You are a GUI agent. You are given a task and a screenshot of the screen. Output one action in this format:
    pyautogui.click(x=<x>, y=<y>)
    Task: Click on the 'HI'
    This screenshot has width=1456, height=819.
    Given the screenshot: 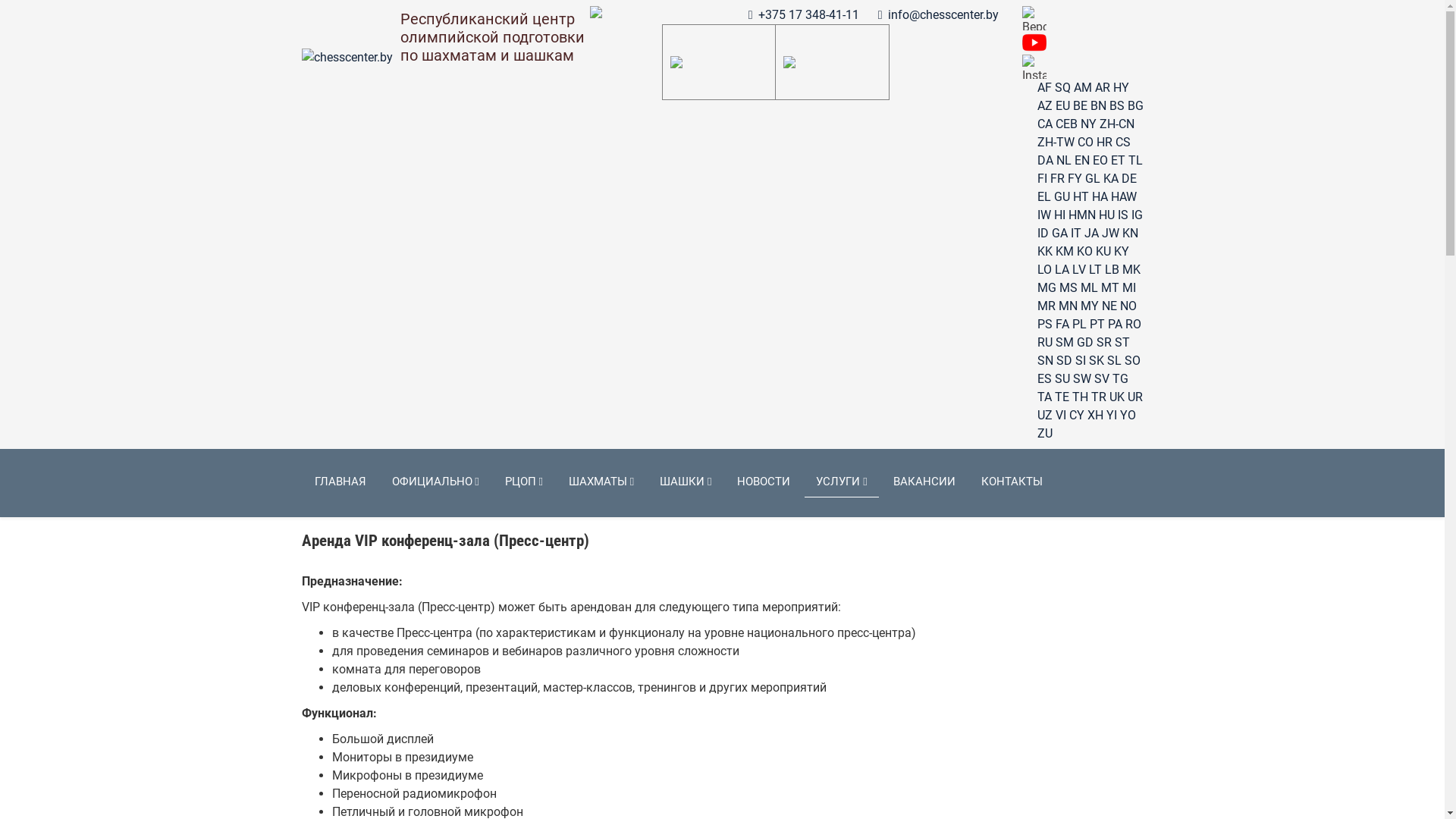 What is the action you would take?
    pyautogui.click(x=1059, y=215)
    